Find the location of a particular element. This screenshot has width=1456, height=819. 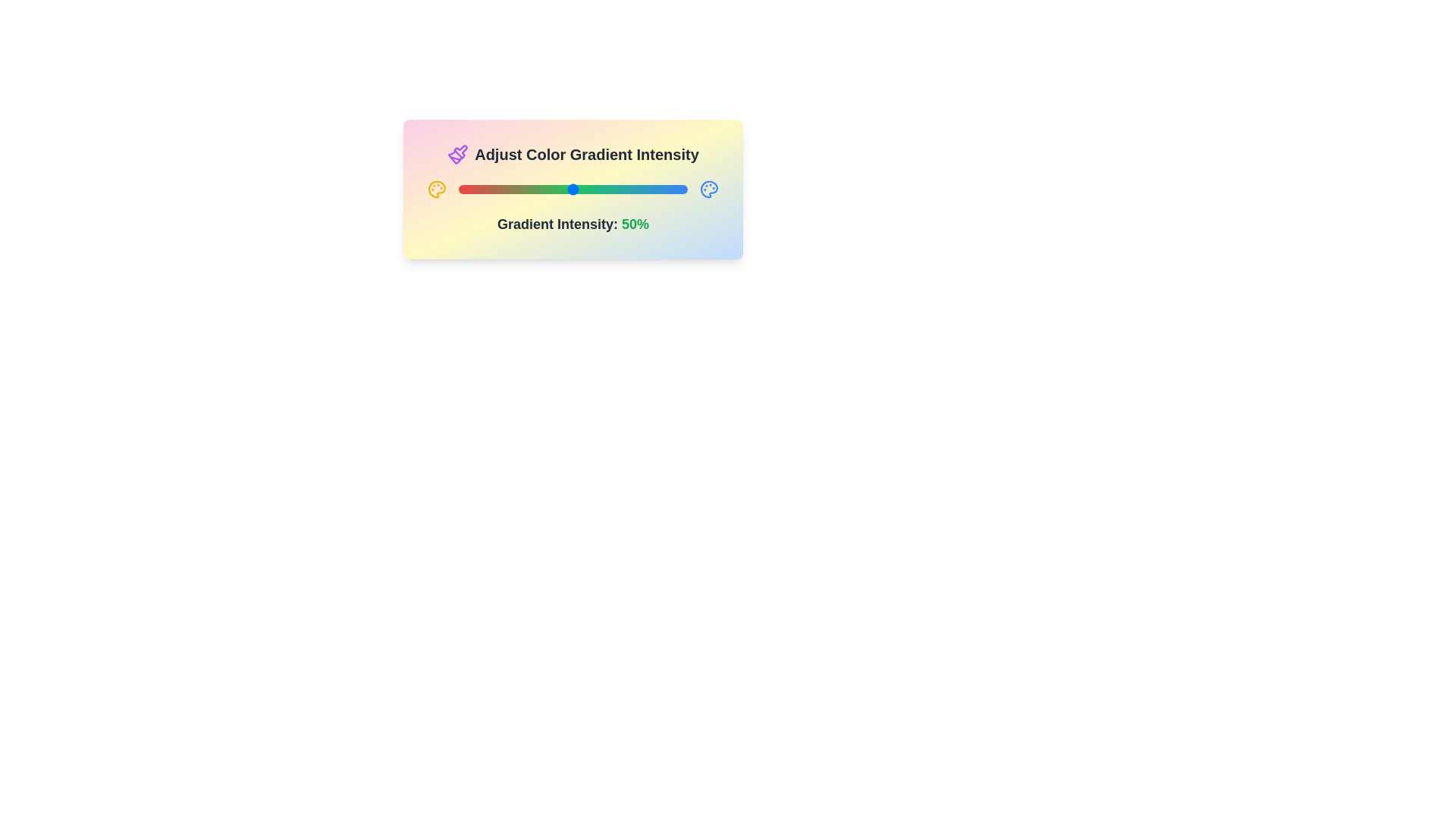

the paintbrush icon to trigger its interaction is located at coordinates (457, 155).